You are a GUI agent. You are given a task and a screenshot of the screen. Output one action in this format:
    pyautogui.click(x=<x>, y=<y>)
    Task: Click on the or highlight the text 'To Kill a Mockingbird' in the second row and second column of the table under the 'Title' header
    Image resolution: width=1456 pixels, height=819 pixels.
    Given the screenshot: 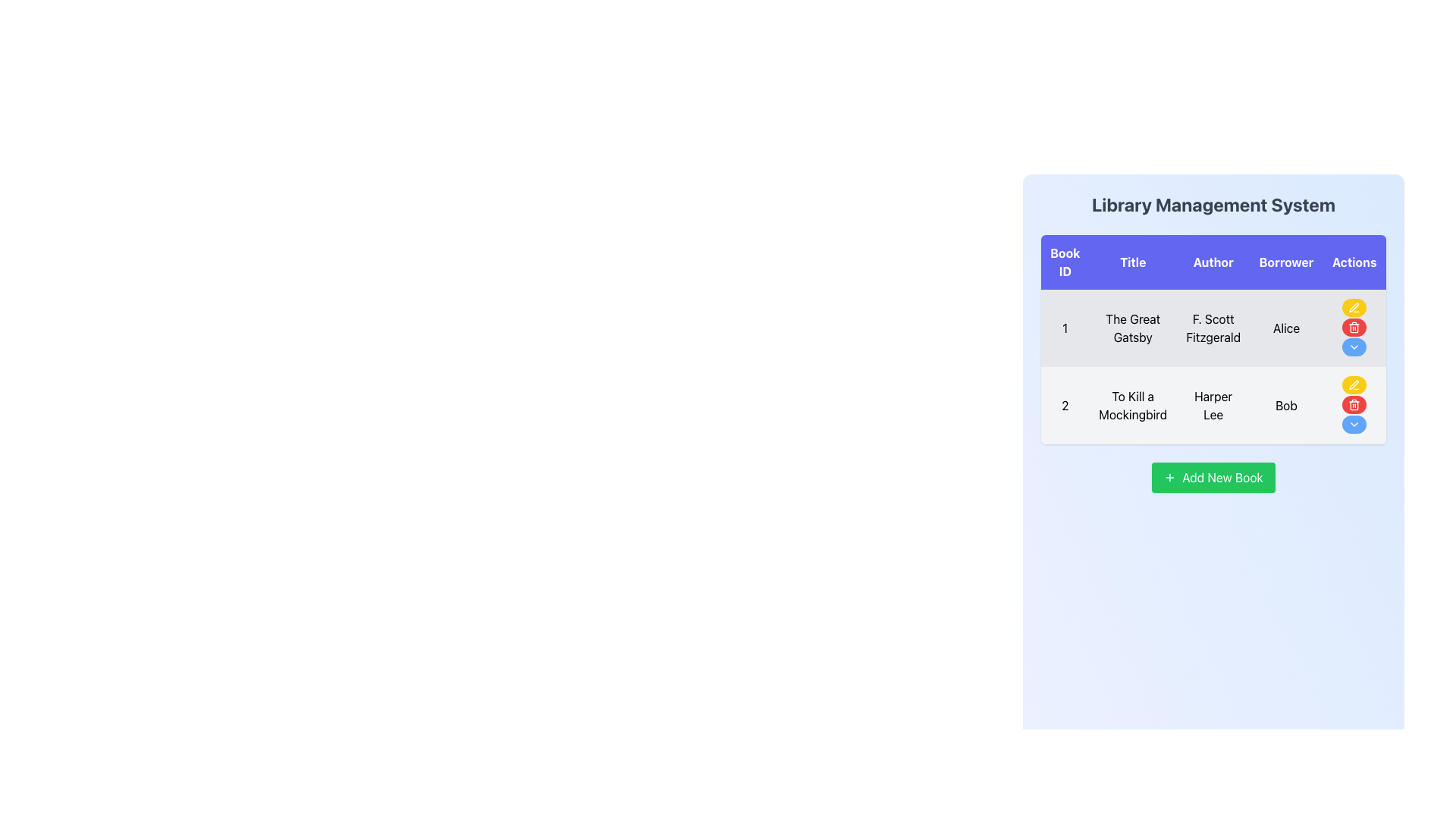 What is the action you would take?
    pyautogui.click(x=1132, y=405)
    